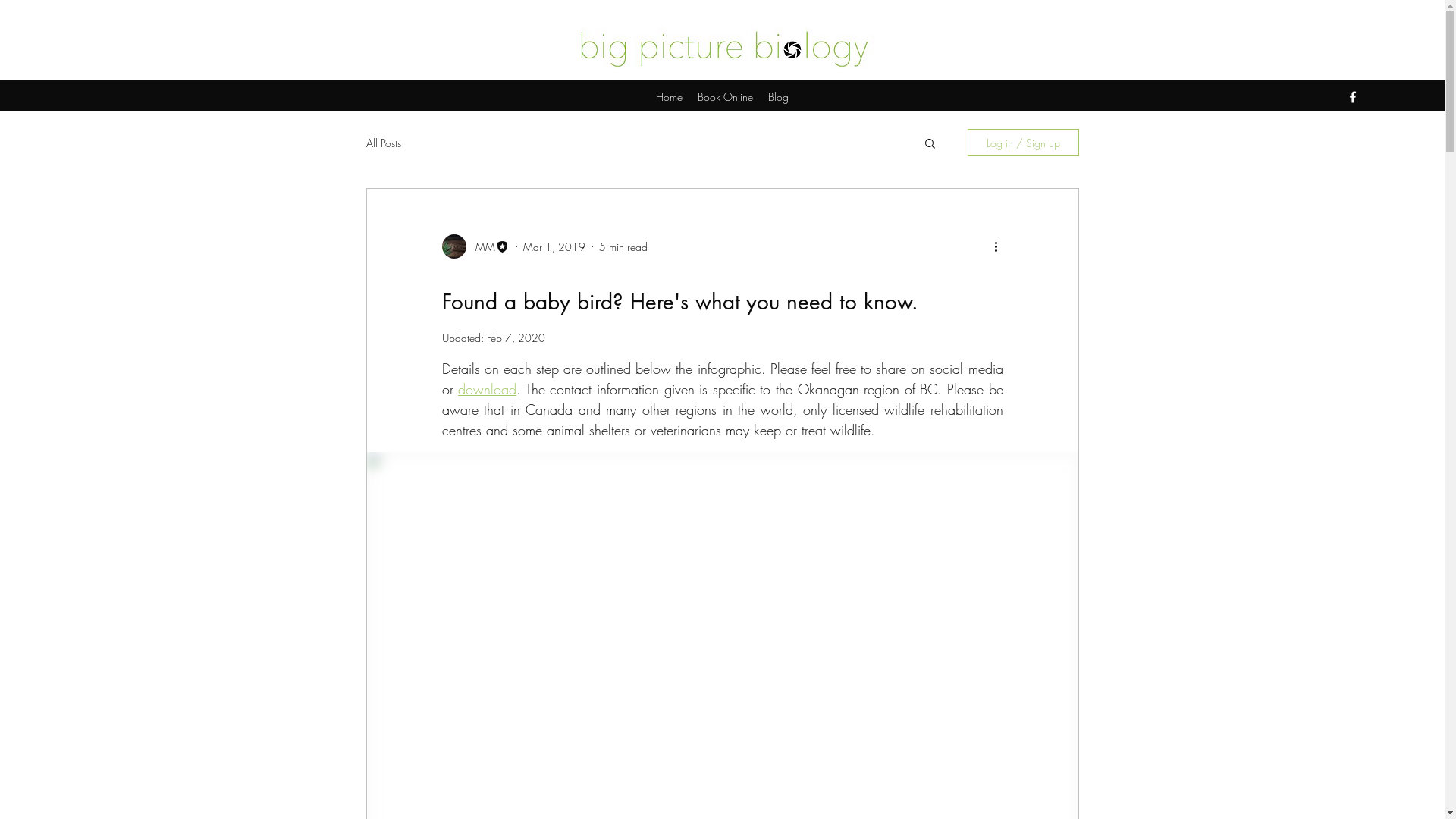  I want to click on 'Log in / Sign up', so click(1023, 143).